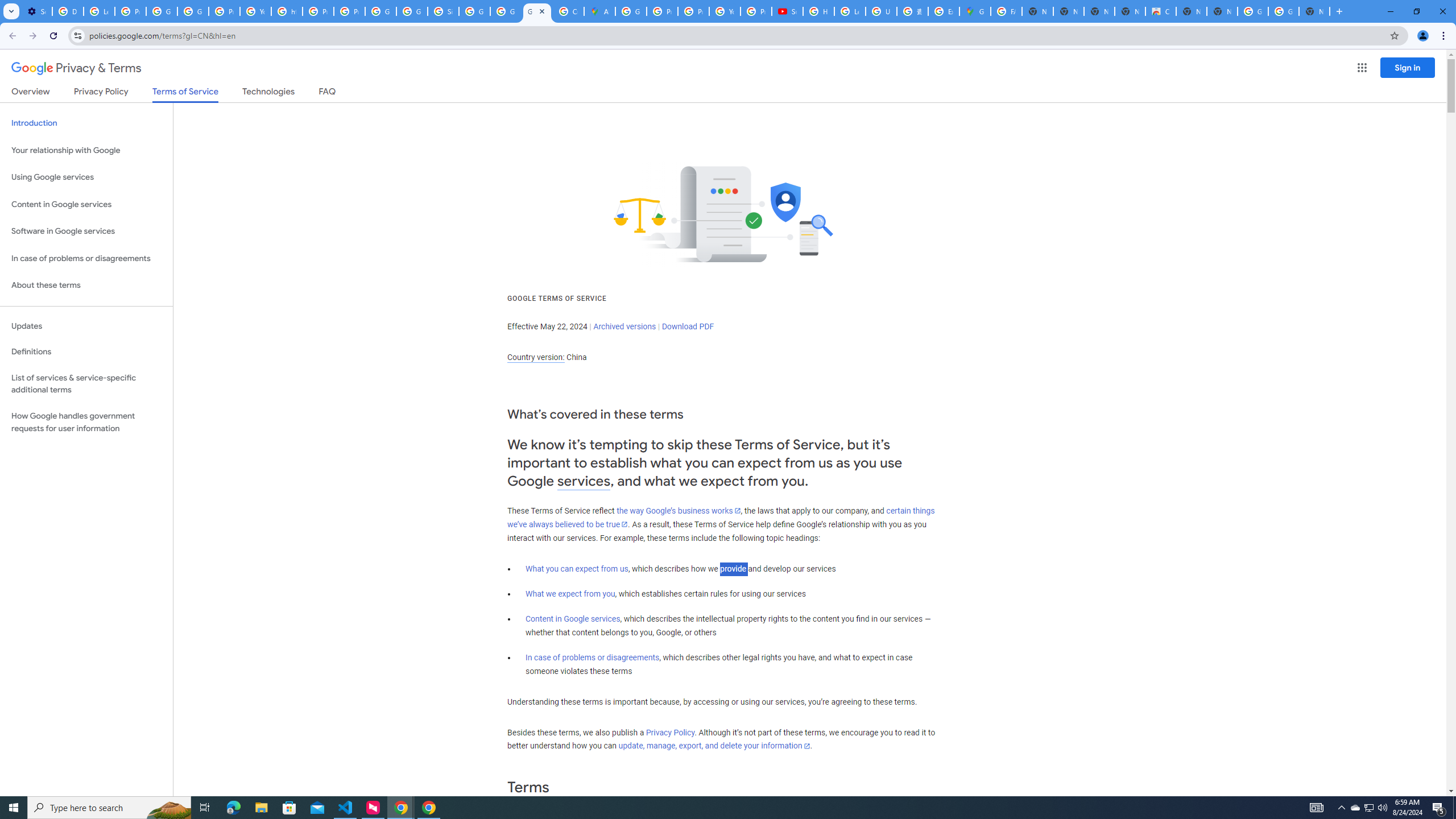 The width and height of the screenshot is (1456, 819). Describe the element at coordinates (327, 93) in the screenshot. I see `'FAQ'` at that location.